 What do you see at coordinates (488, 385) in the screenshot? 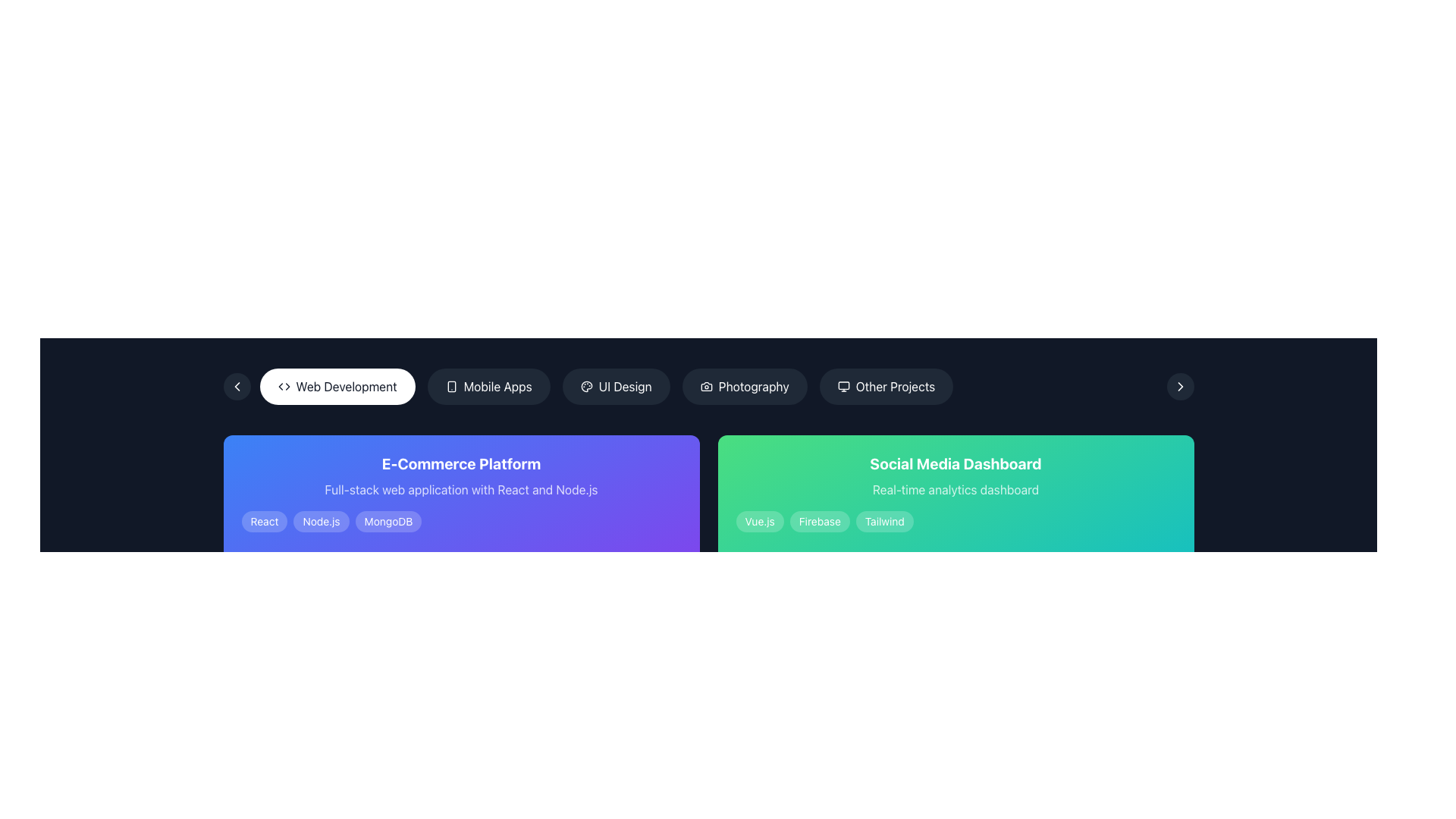
I see `the second button in the horizontal menu, which is located between 'Web Development' and 'UI Design', to trigger the hover effect` at bounding box center [488, 385].